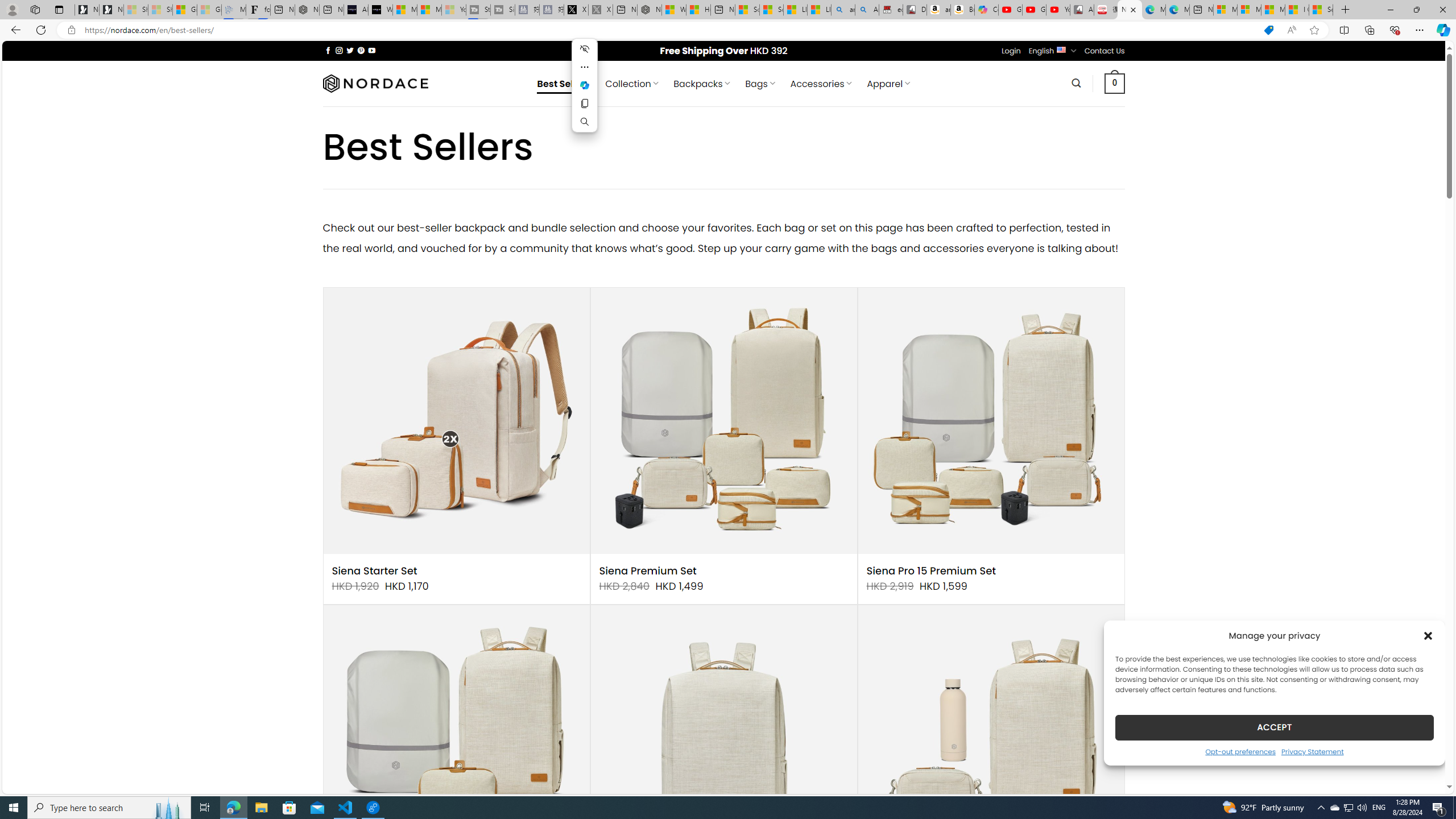 This screenshot has height=819, width=1456. Describe the element at coordinates (1115, 82) in the screenshot. I see `' 0 '` at that location.